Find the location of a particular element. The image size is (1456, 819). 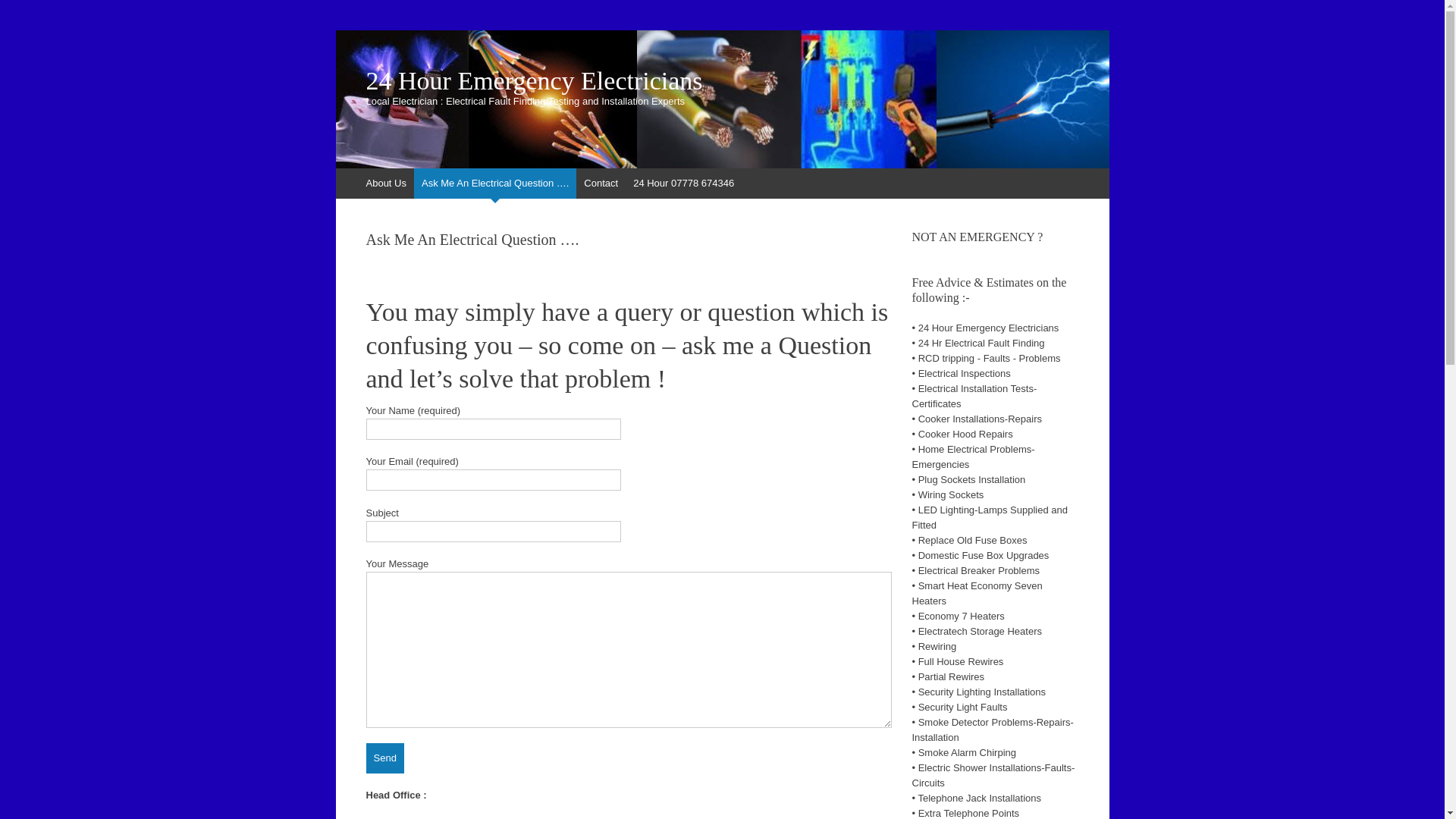

'About Us' is located at coordinates (385, 183).